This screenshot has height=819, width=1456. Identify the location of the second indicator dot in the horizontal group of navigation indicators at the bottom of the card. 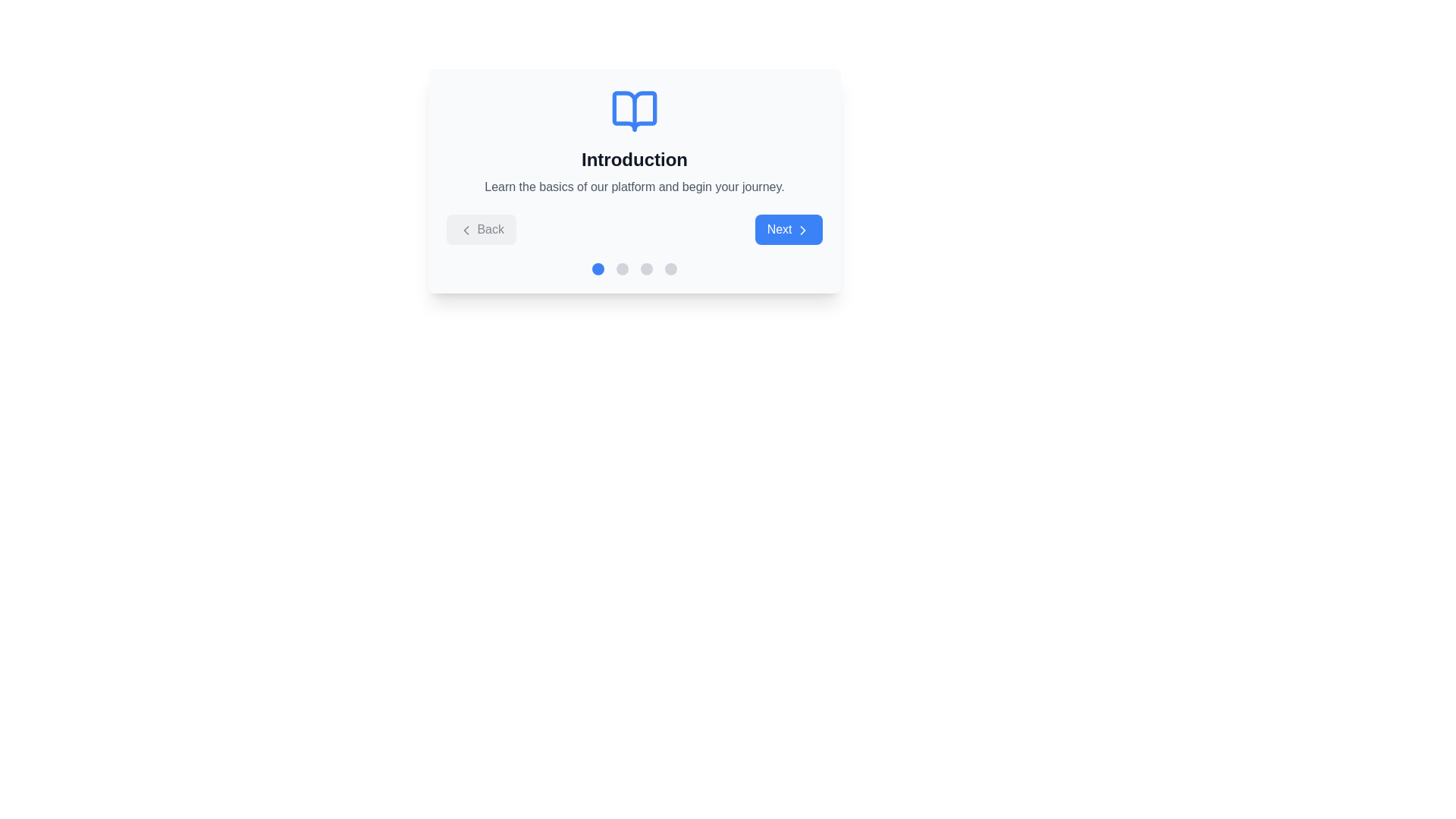
(622, 268).